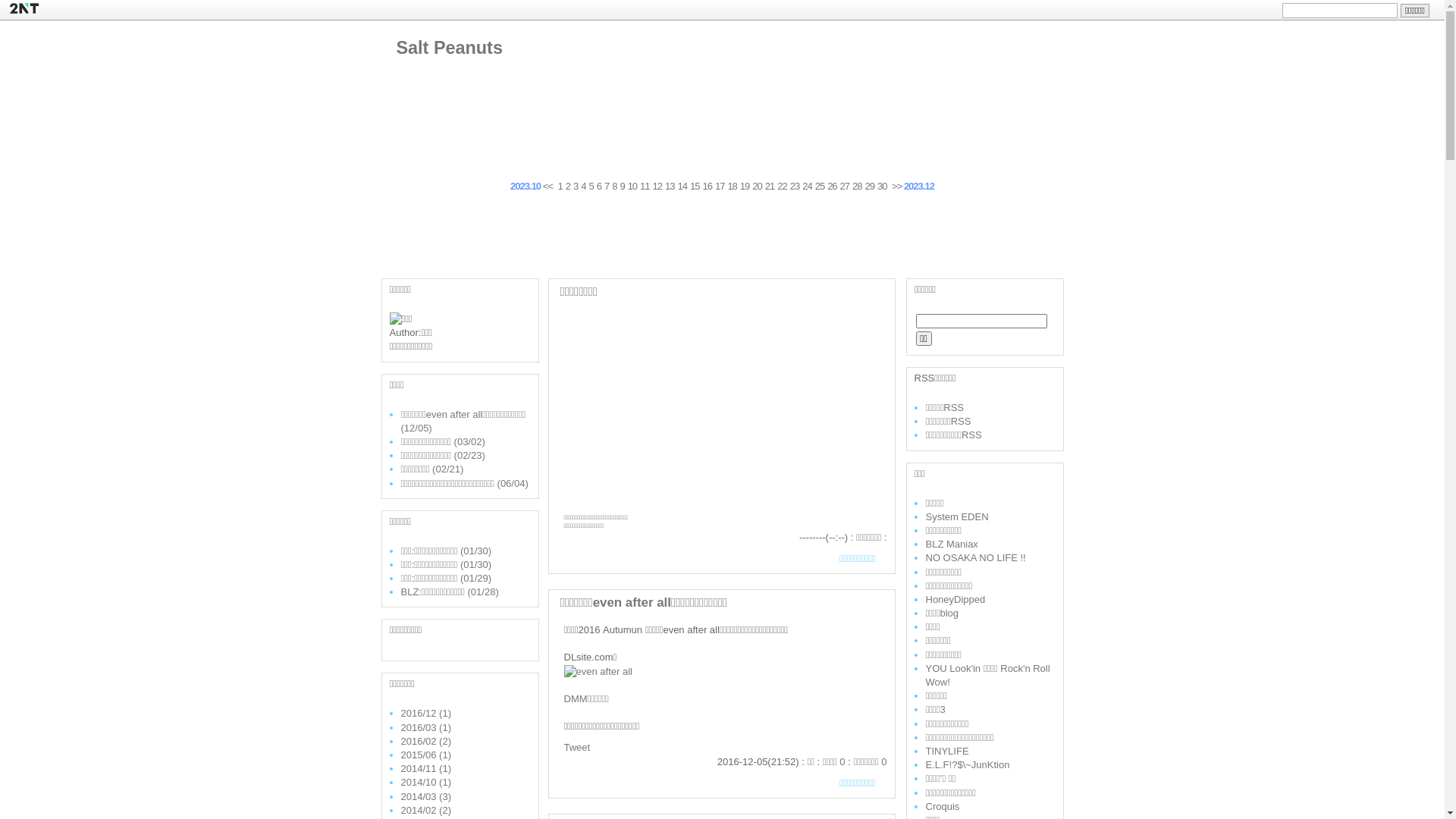 This screenshot has width=1456, height=819. What do you see at coordinates (975, 557) in the screenshot?
I see `'NO OSAKA NO LIFE !!'` at bounding box center [975, 557].